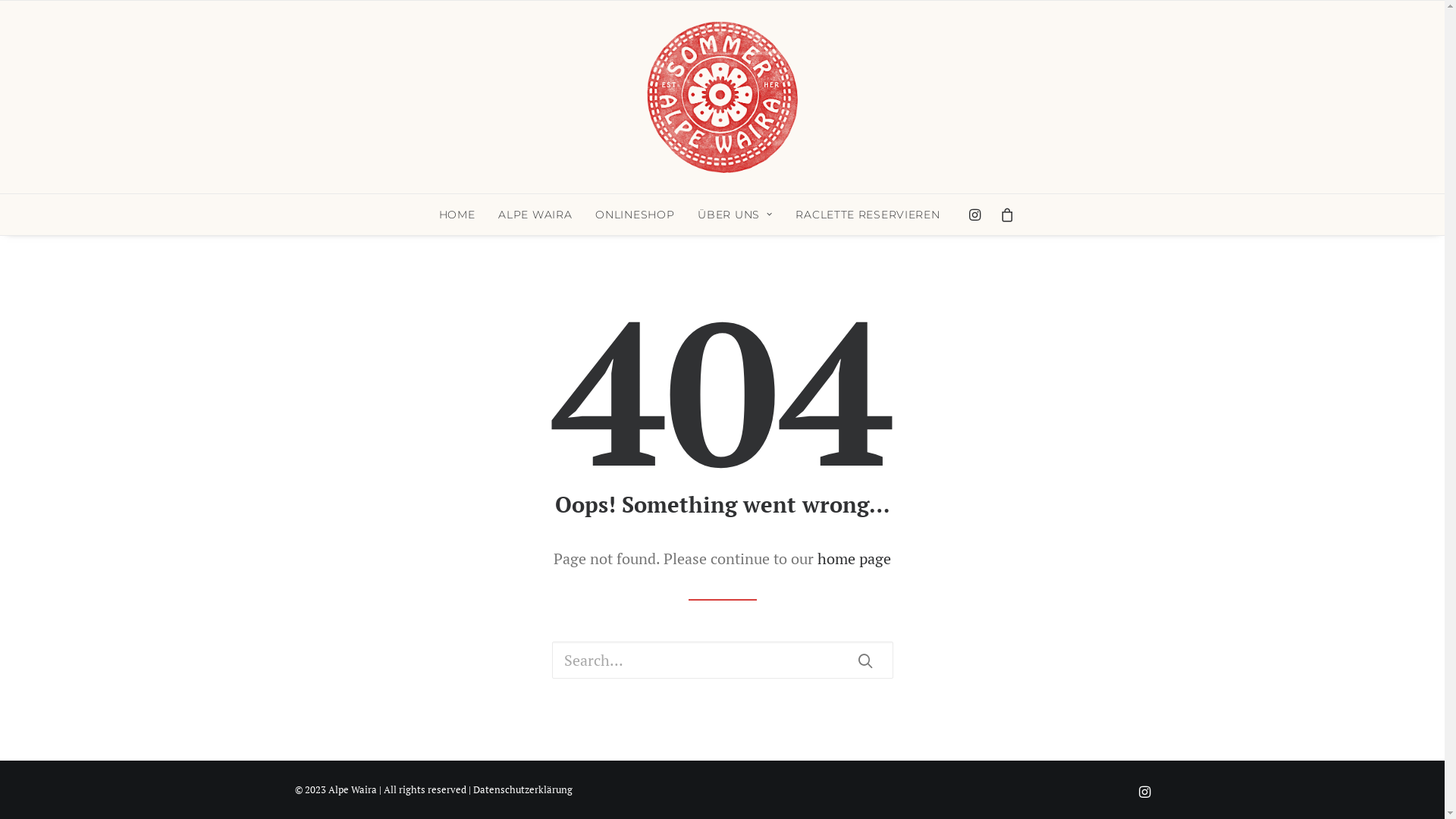  I want to click on 'cart', so click(1003, 214).